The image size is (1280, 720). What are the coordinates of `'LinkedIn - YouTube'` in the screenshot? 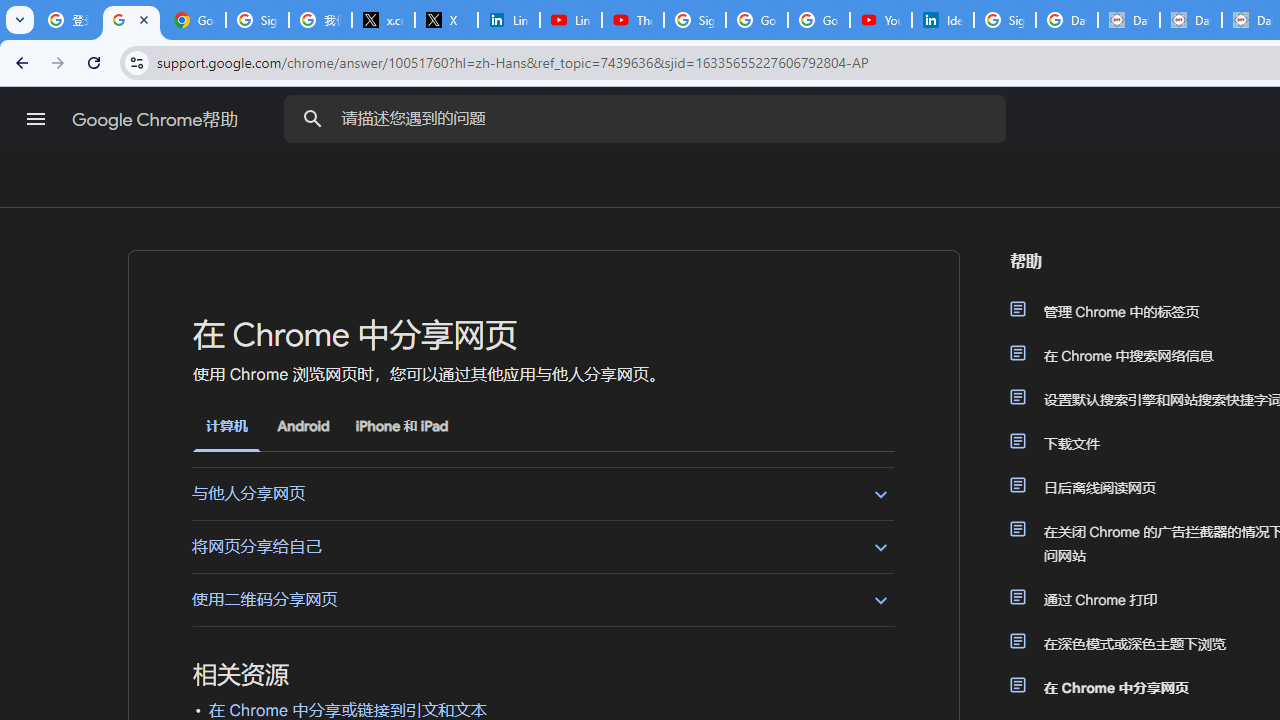 It's located at (569, 20).